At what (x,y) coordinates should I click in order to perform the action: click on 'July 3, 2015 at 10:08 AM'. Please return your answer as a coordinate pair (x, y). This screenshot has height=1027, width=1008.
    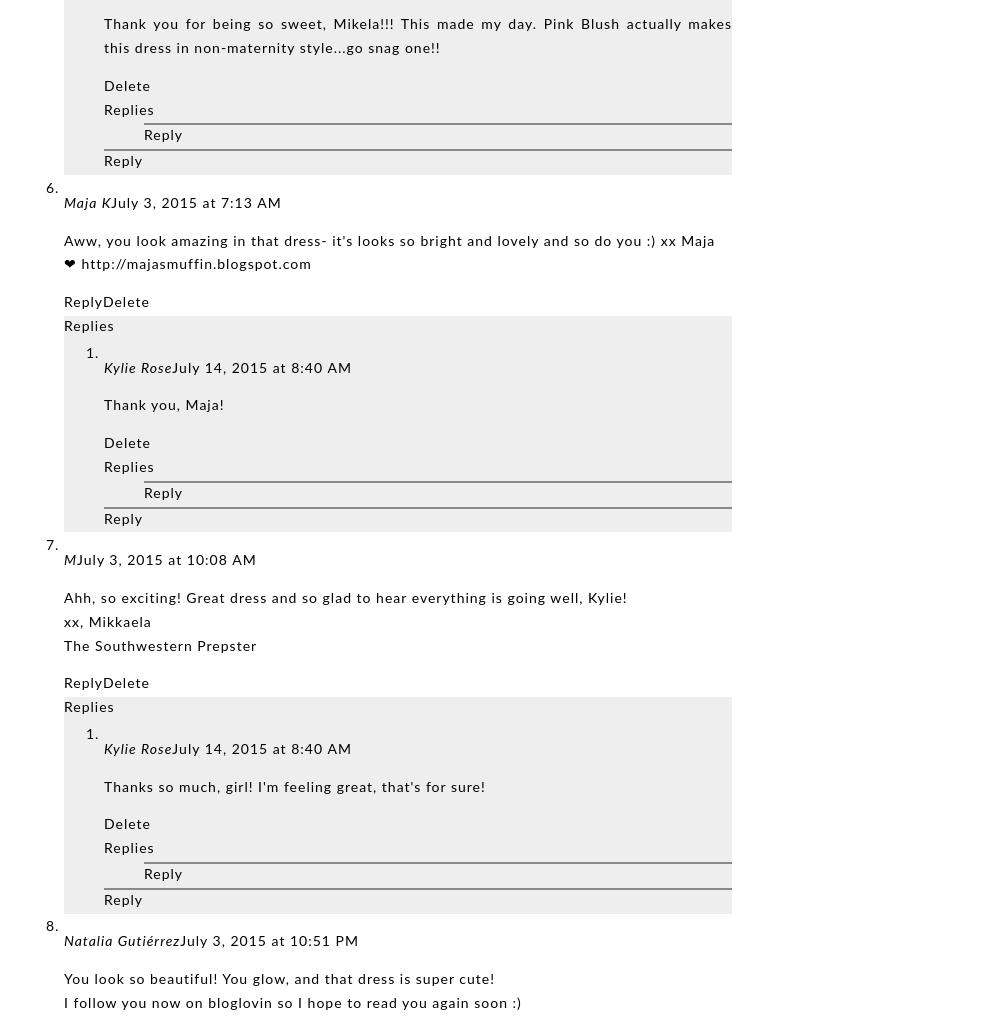
    Looking at the image, I should click on (166, 560).